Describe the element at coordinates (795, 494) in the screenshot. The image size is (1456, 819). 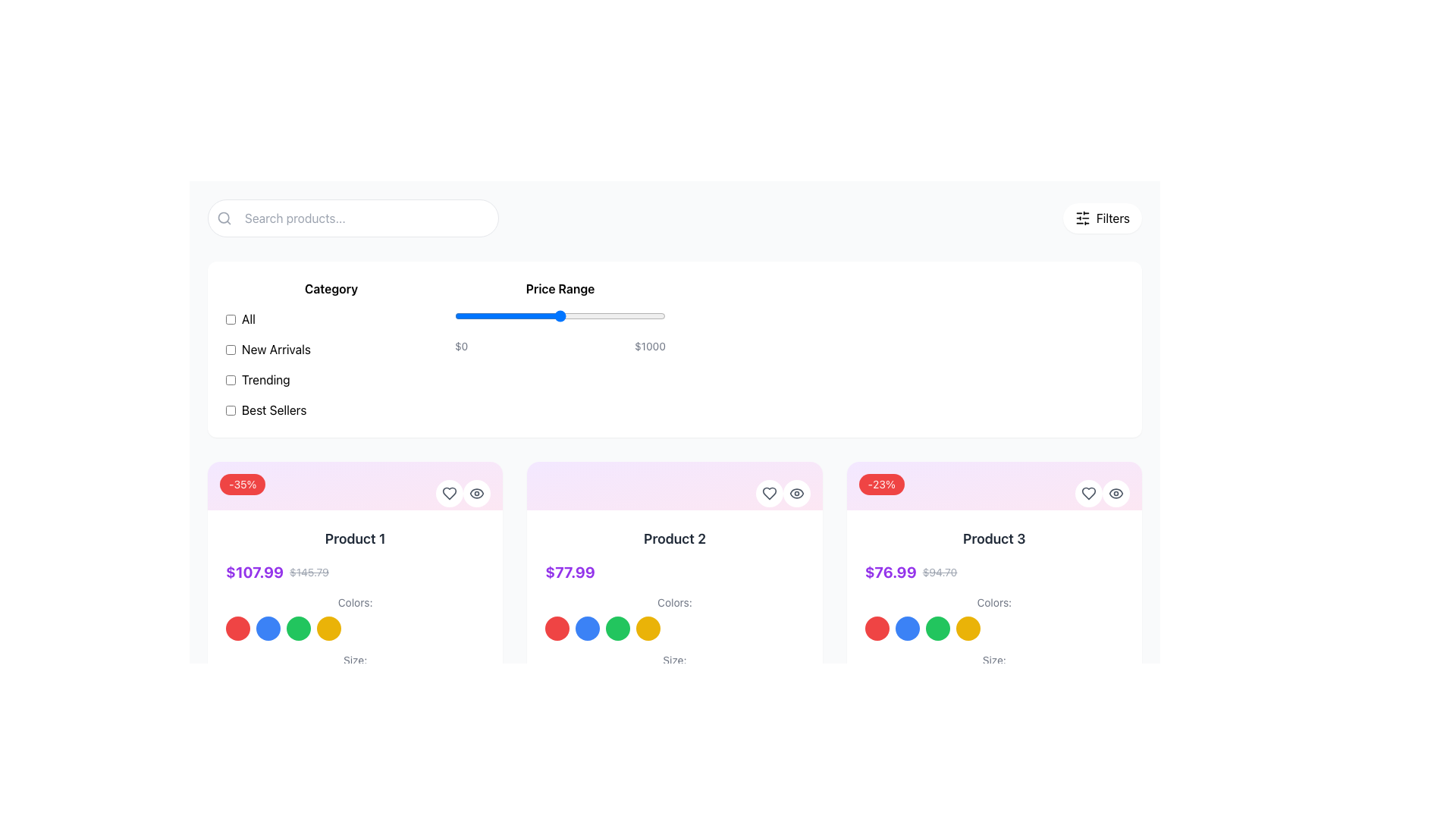
I see `the eye-shaped icon button in the top-right corner of the 'Product 2' card` at that location.